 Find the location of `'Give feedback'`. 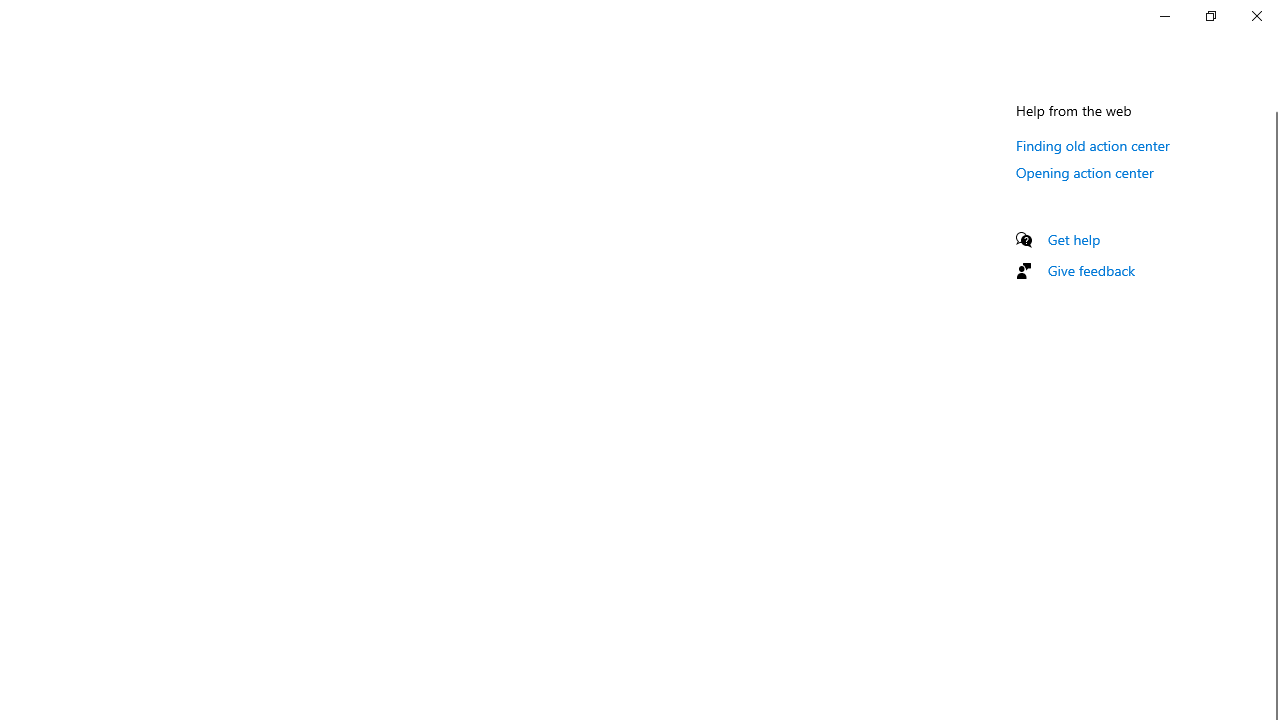

'Give feedback' is located at coordinates (1090, 270).